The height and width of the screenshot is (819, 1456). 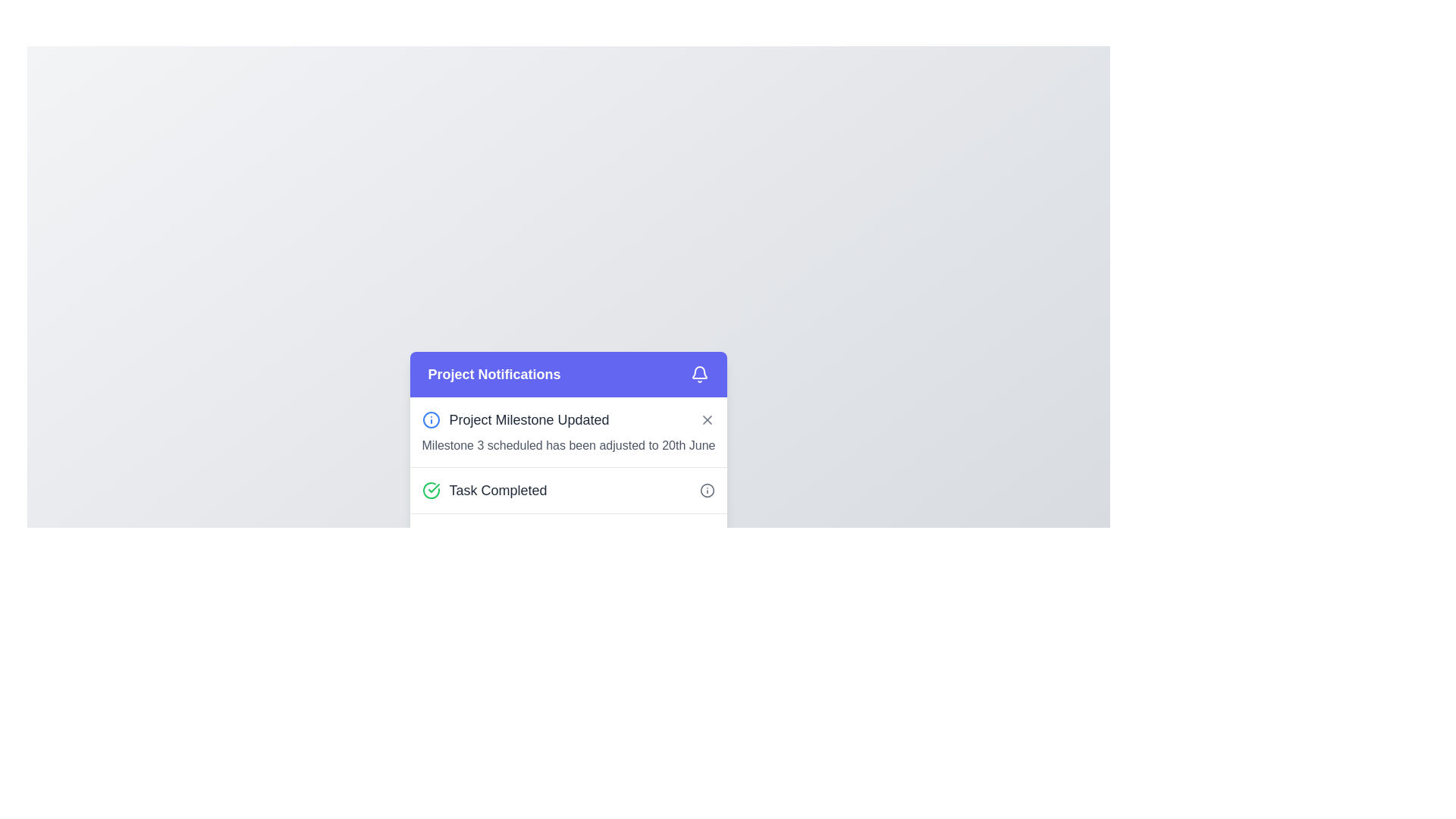 What do you see at coordinates (699, 374) in the screenshot?
I see `the notification icon located in the header section of the notification panel at the top right corner` at bounding box center [699, 374].